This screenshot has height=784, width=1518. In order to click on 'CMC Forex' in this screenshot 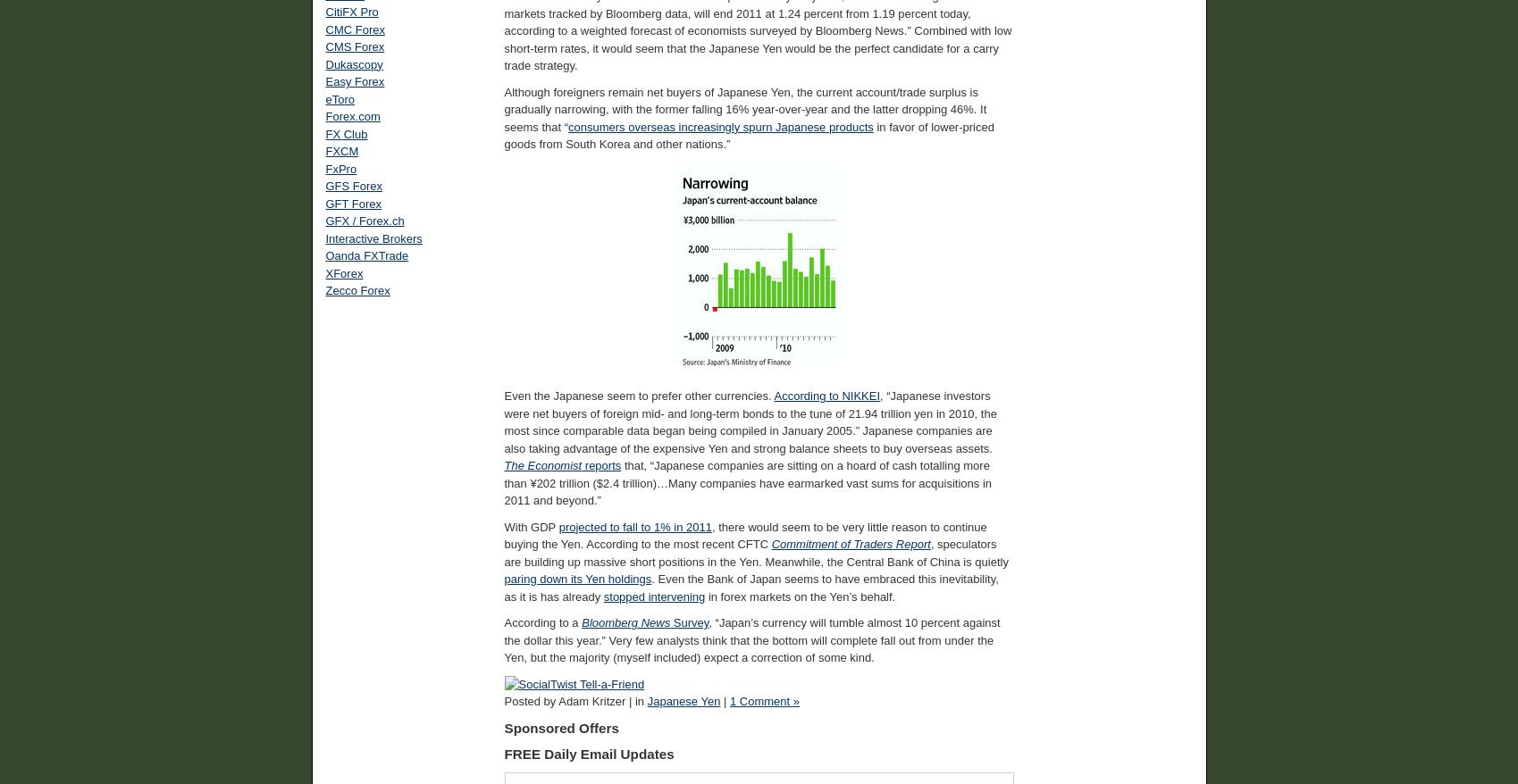, I will do `click(355, 28)`.